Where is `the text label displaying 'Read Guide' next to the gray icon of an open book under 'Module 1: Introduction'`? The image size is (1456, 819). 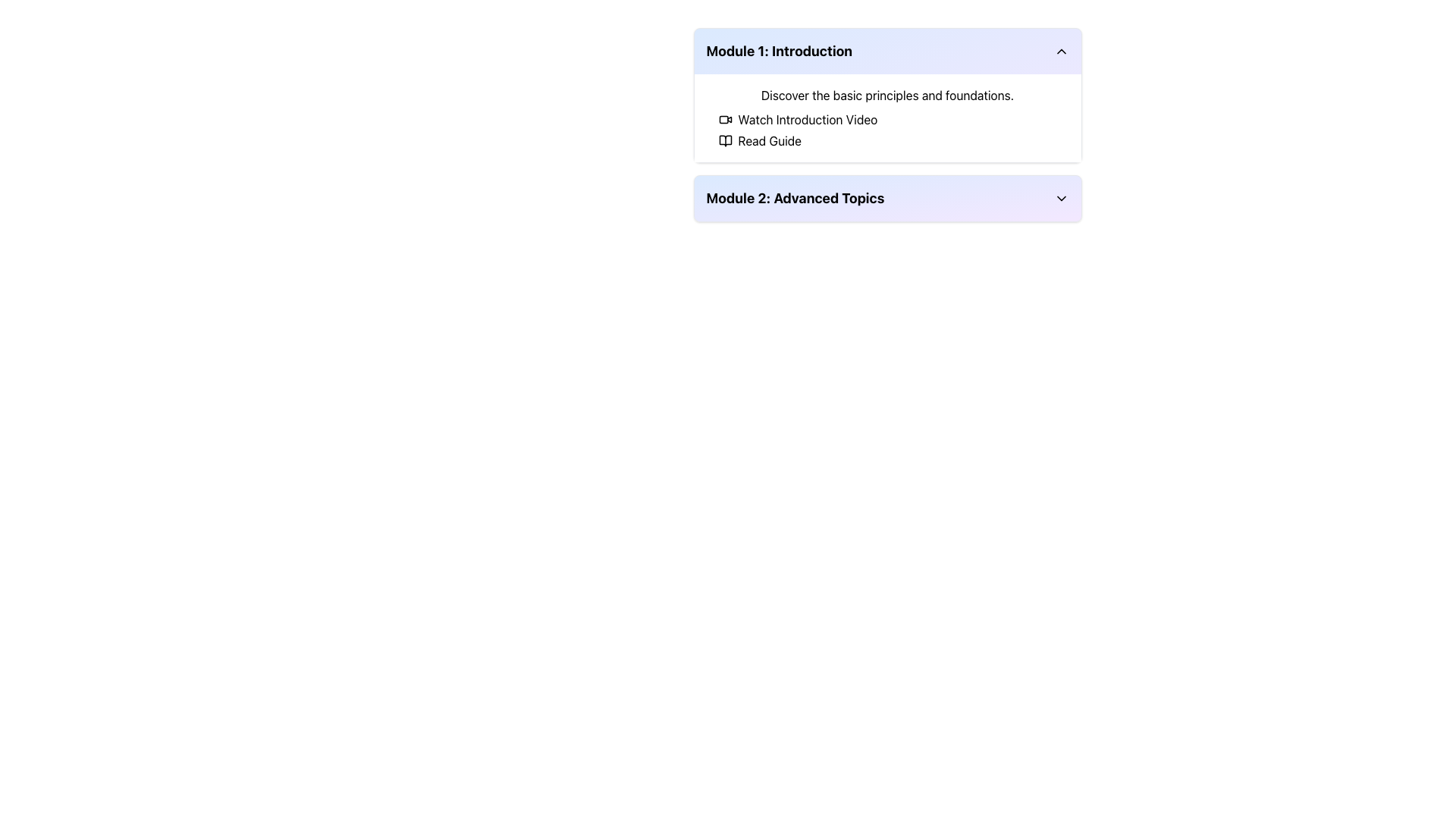 the text label displaying 'Read Guide' next to the gray icon of an open book under 'Module 1: Introduction' is located at coordinates (770, 140).